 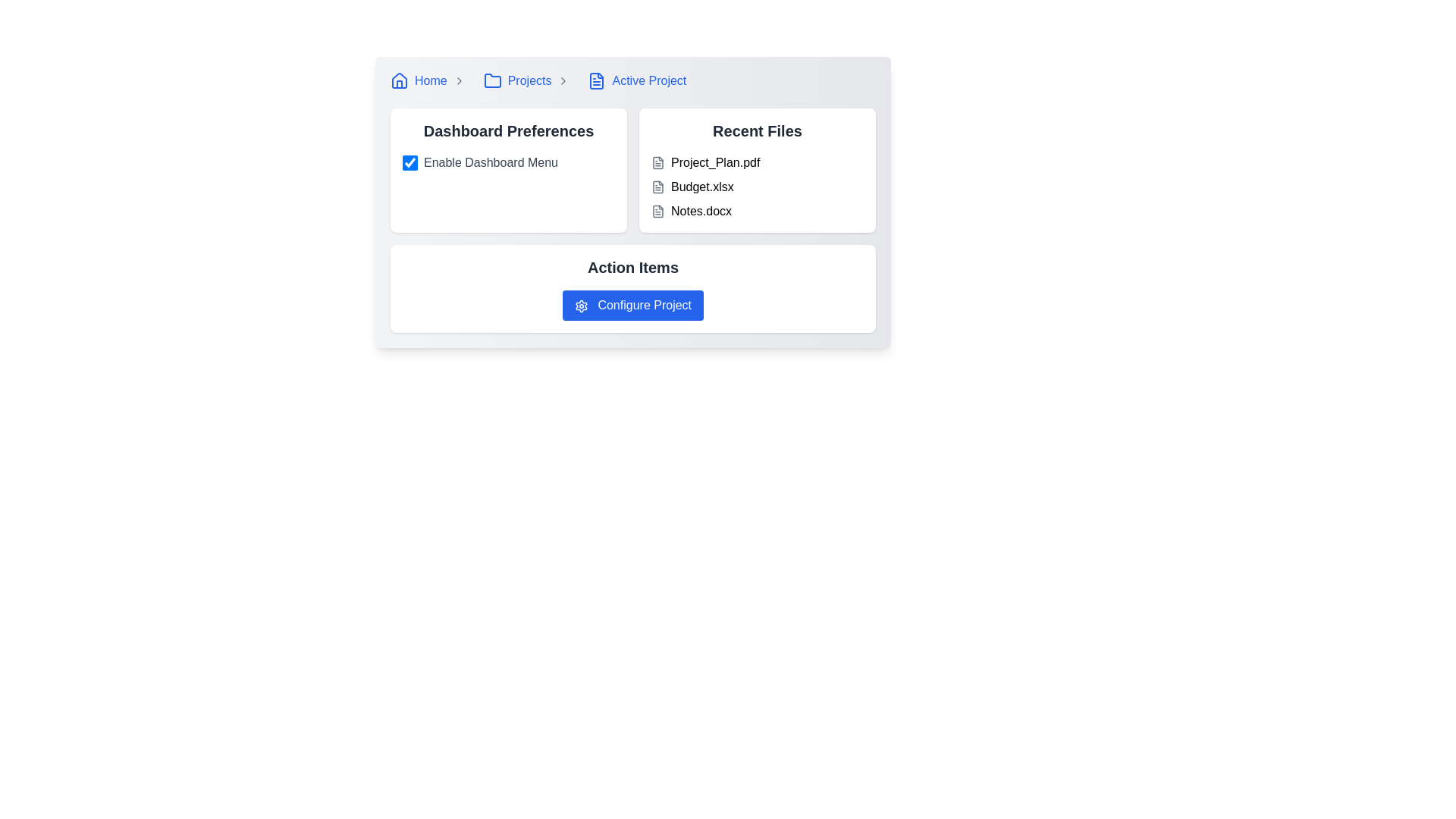 What do you see at coordinates (658, 163) in the screenshot?
I see `the main body of the document icon, which is part of a file-like icon in the recent files list, located towards the left side` at bounding box center [658, 163].